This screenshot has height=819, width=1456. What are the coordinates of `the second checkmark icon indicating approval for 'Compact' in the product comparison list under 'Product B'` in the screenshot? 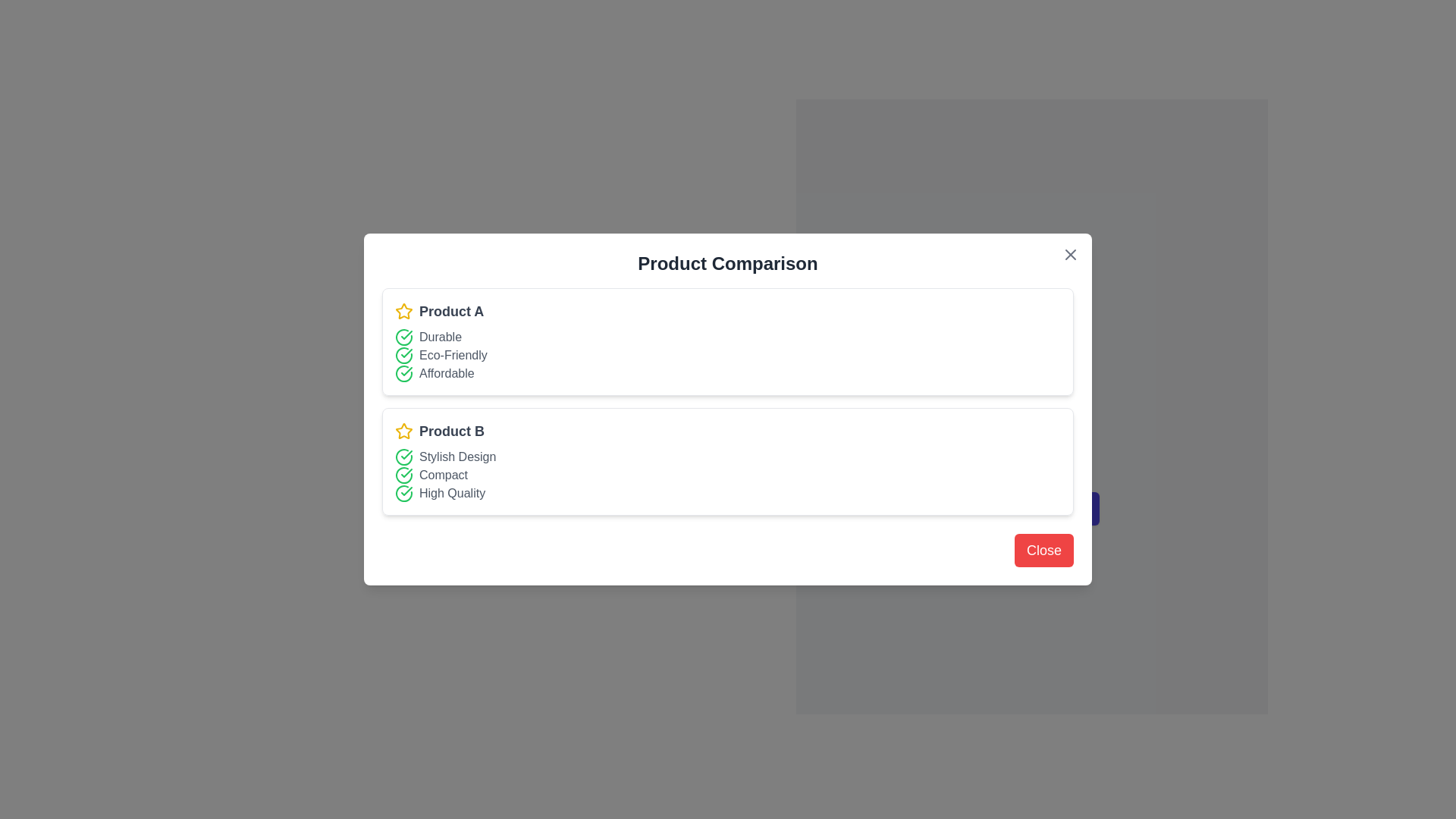 It's located at (406, 491).